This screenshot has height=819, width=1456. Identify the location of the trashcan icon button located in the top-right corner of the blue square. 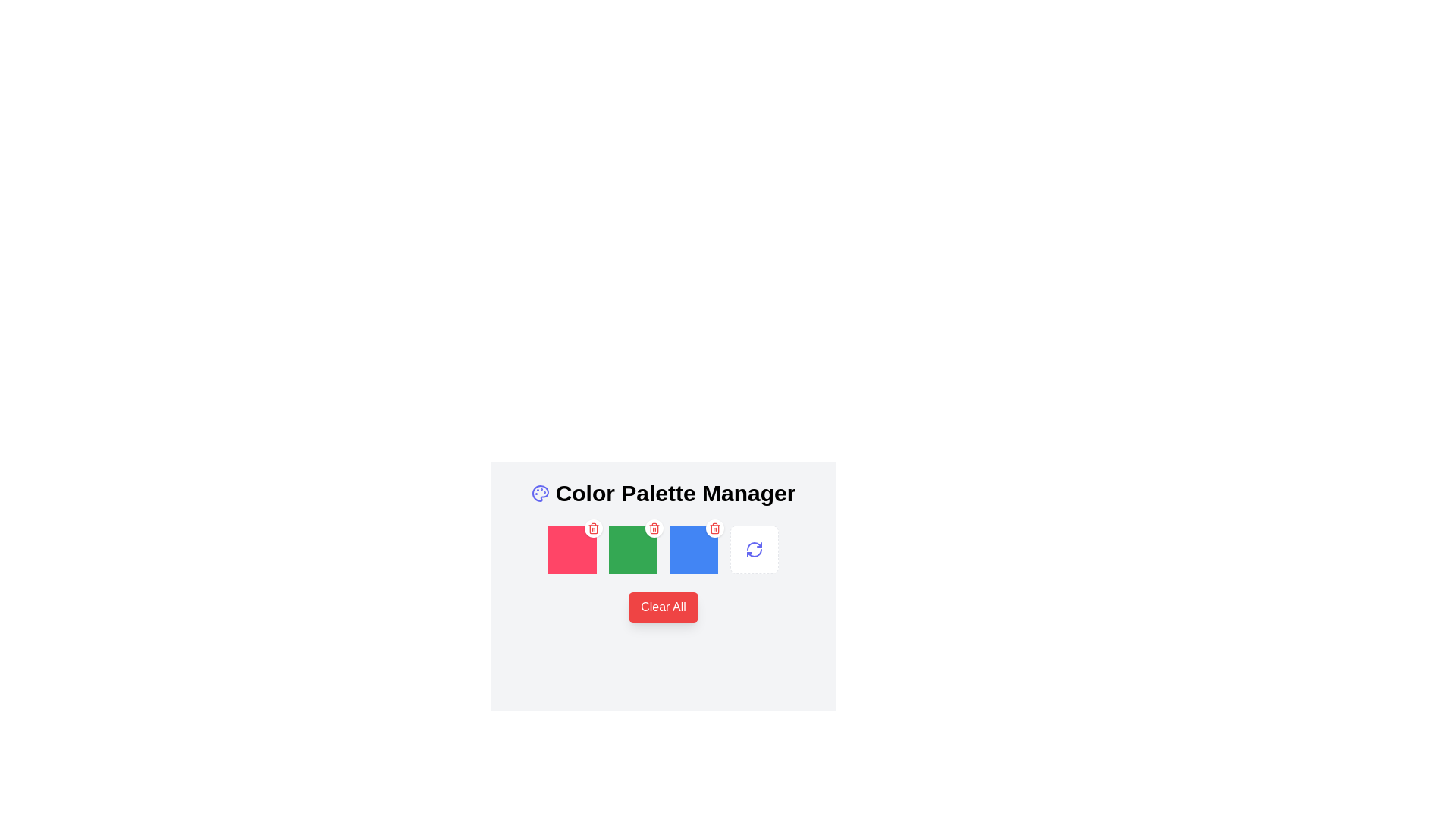
(714, 528).